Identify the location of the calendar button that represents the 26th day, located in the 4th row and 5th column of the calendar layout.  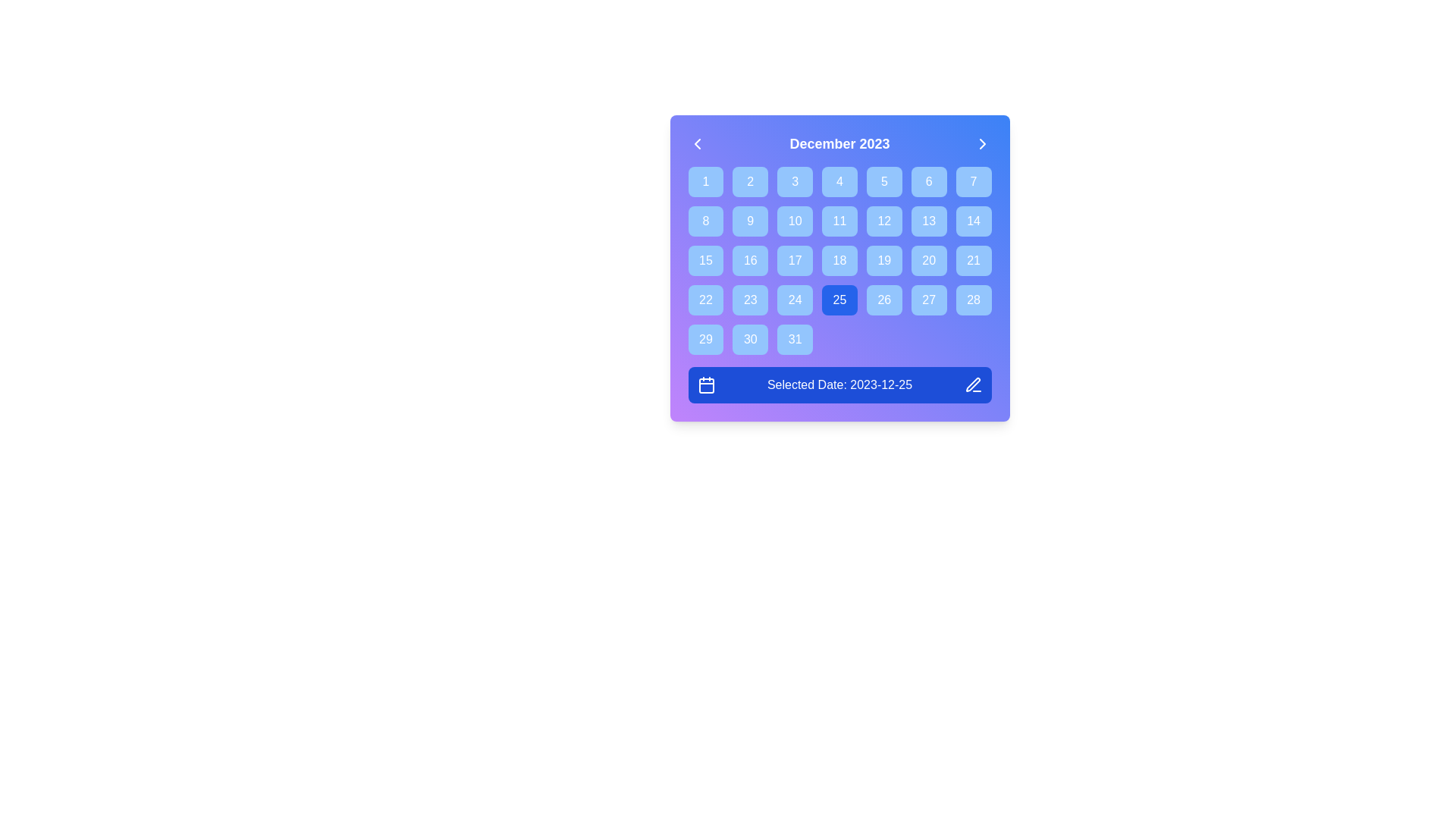
(884, 300).